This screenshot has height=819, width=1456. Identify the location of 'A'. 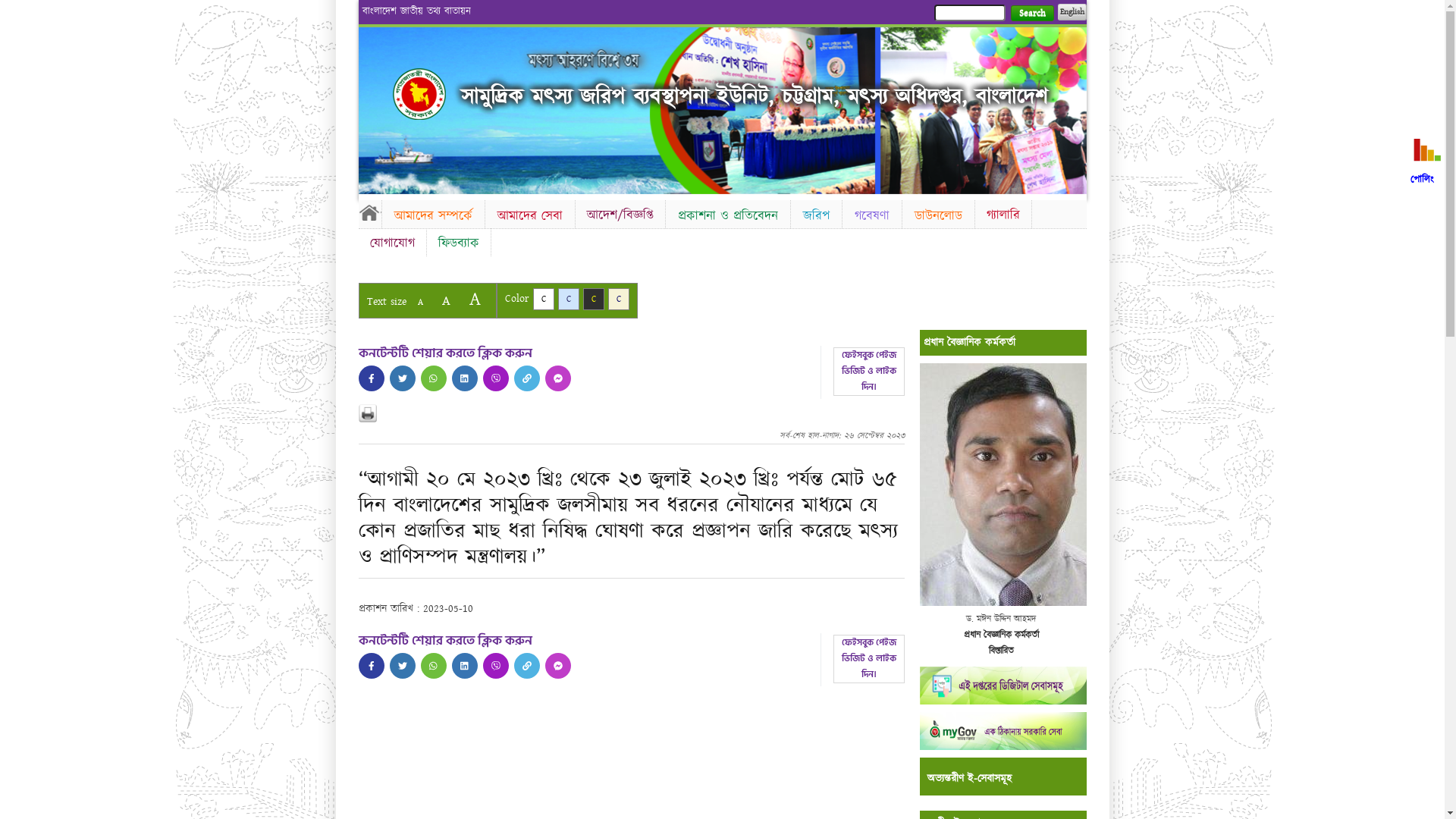
(419, 302).